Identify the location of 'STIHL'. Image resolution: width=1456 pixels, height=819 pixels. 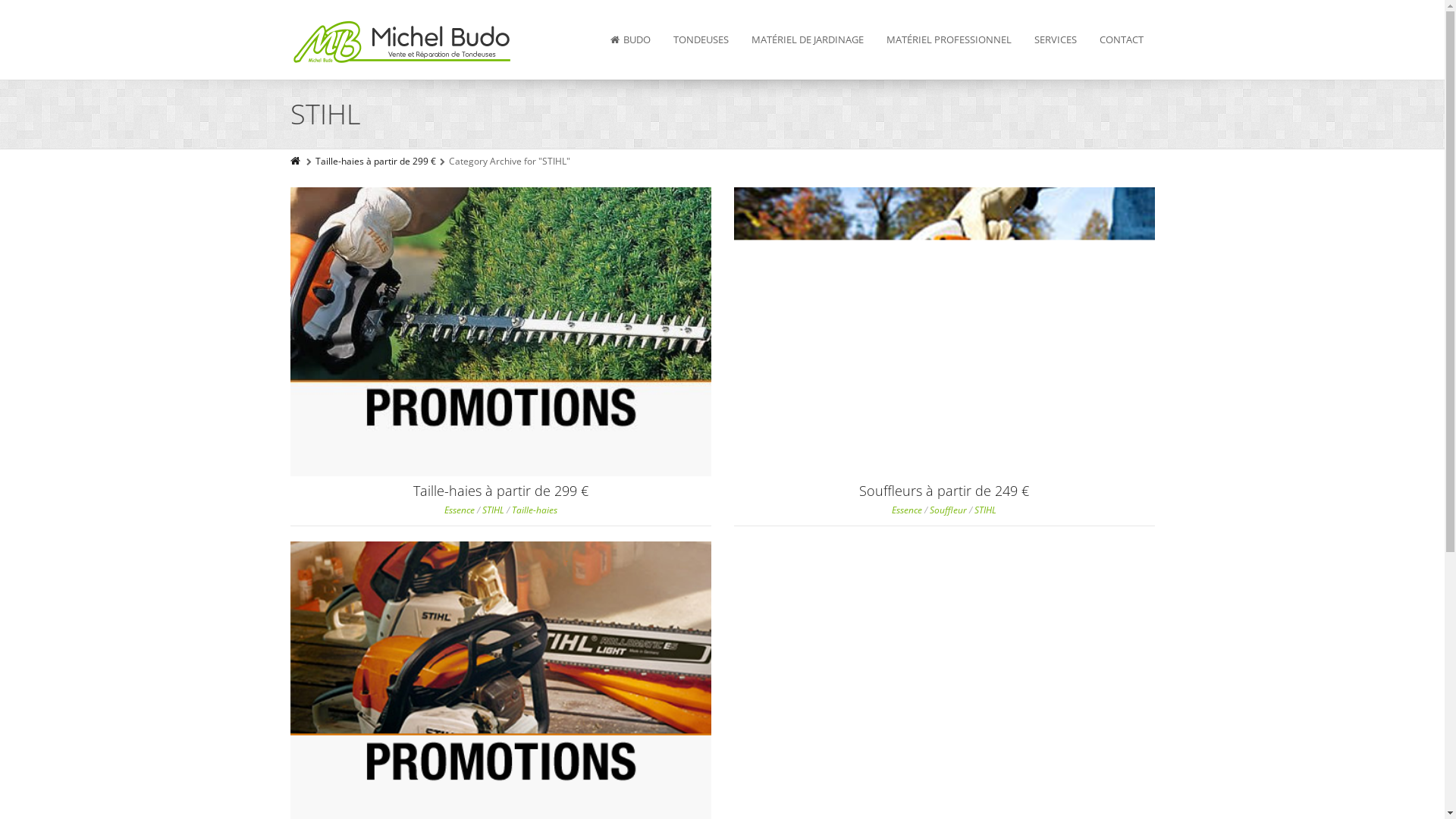
(985, 510).